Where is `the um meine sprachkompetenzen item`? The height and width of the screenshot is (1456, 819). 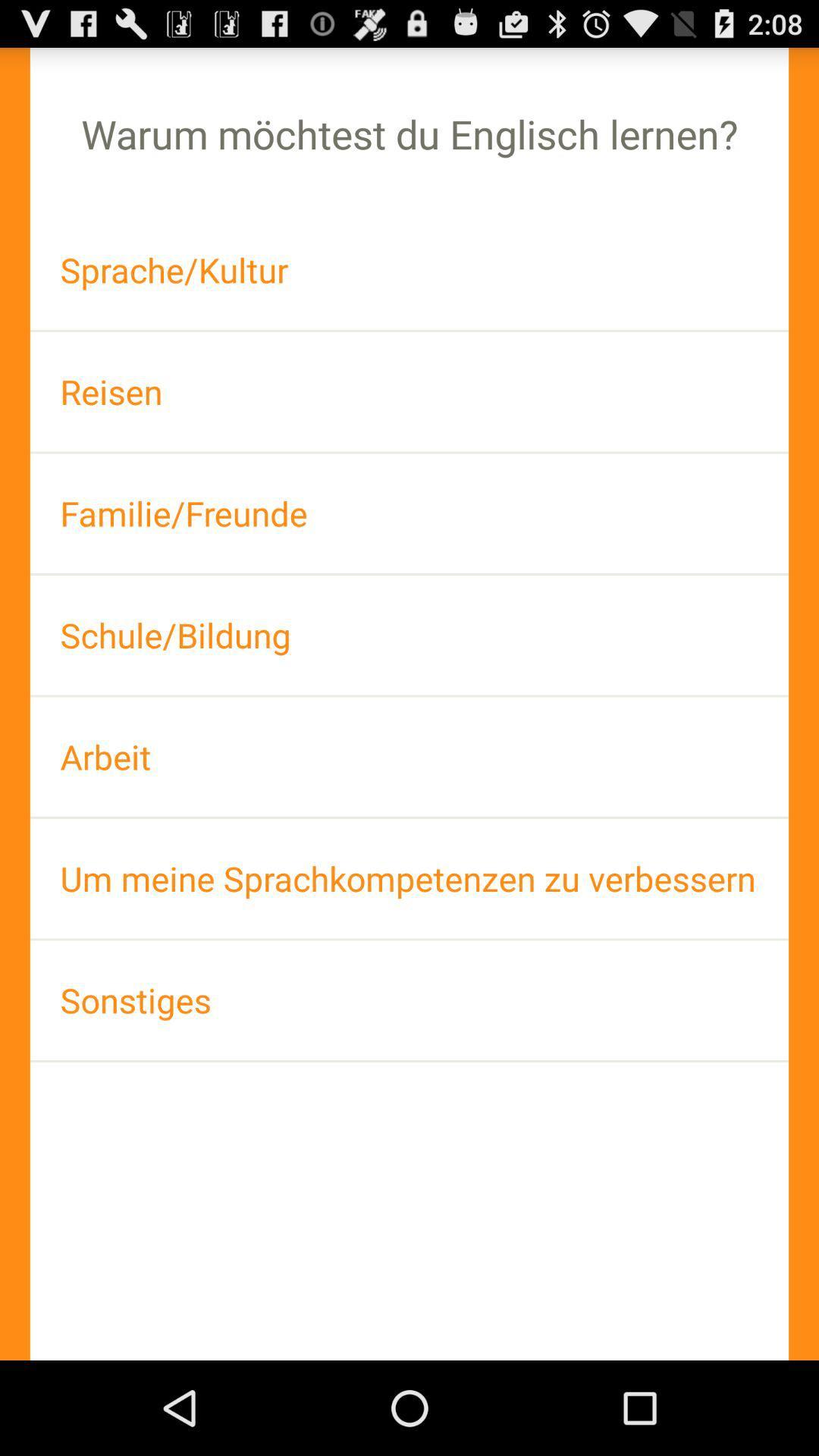
the um meine sprachkompetenzen item is located at coordinates (409, 878).